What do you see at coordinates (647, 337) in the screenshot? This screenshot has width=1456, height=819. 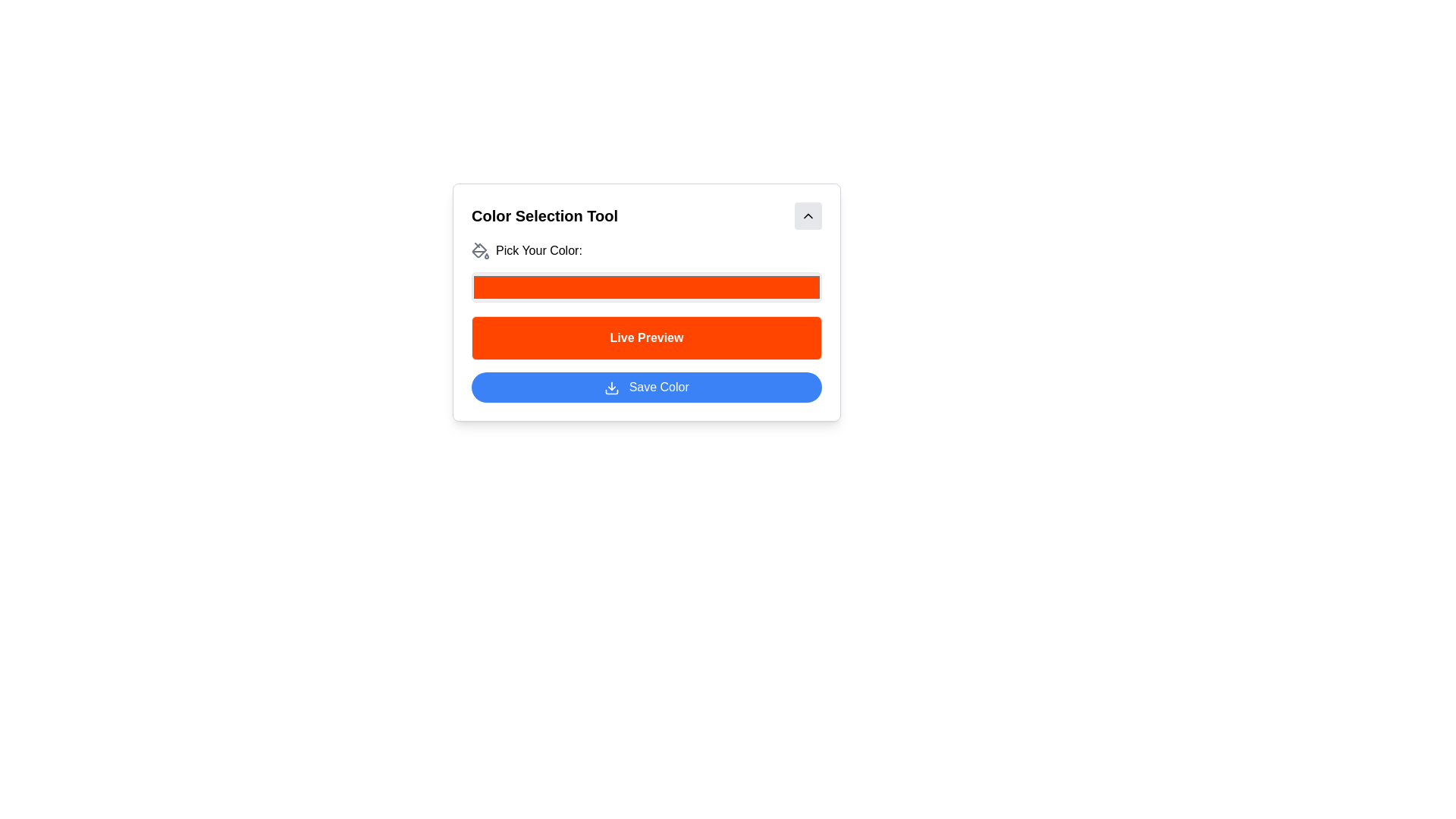 I see `the 'Live Preview' text label, which is bold and white, centered within a vivid orange rectangle, positioned below another orange rectangle and above the blue 'Save Color' button` at bounding box center [647, 337].